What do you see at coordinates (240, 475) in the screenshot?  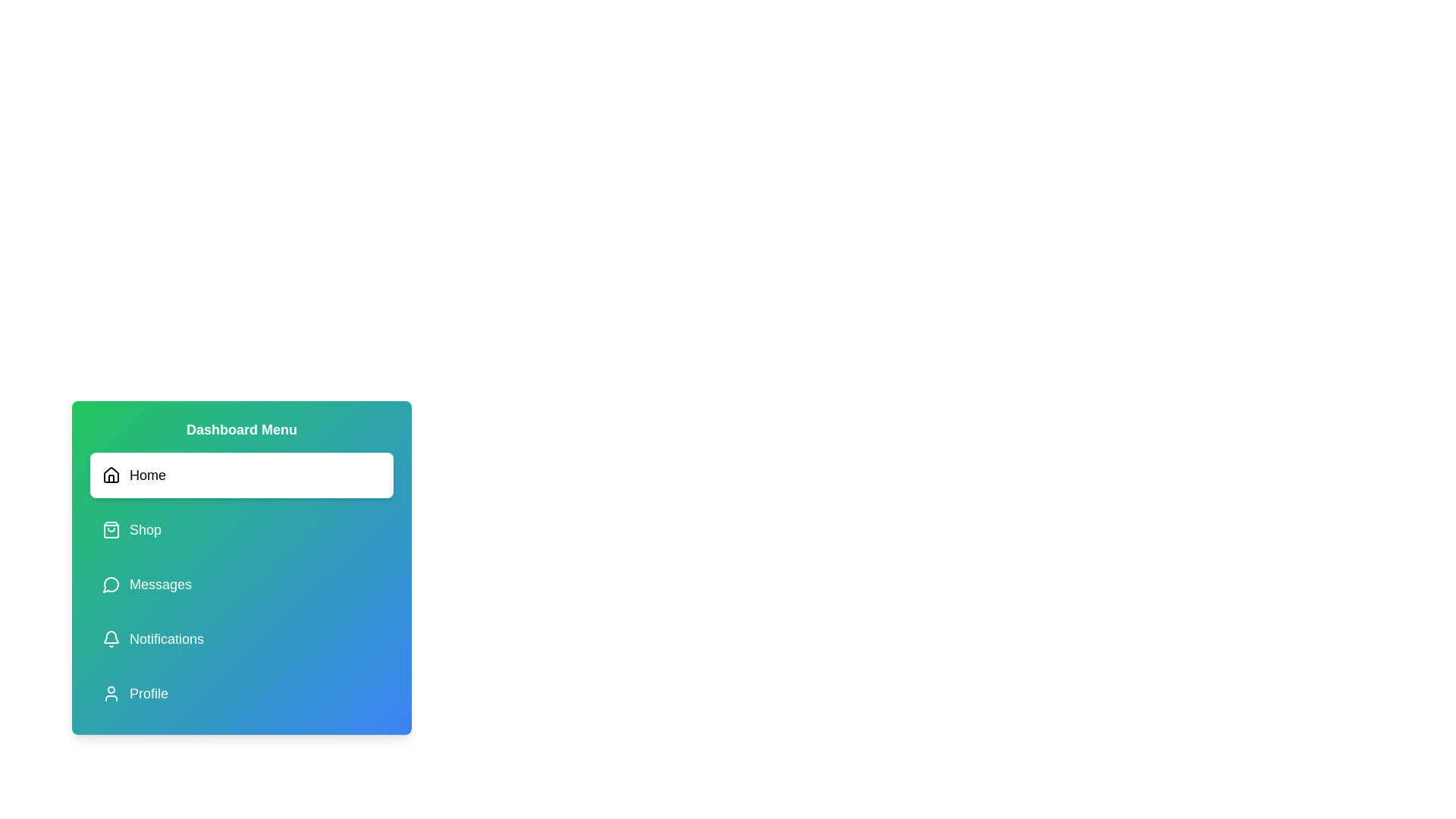 I see `the menu item corresponding to Home to view its icon` at bounding box center [240, 475].